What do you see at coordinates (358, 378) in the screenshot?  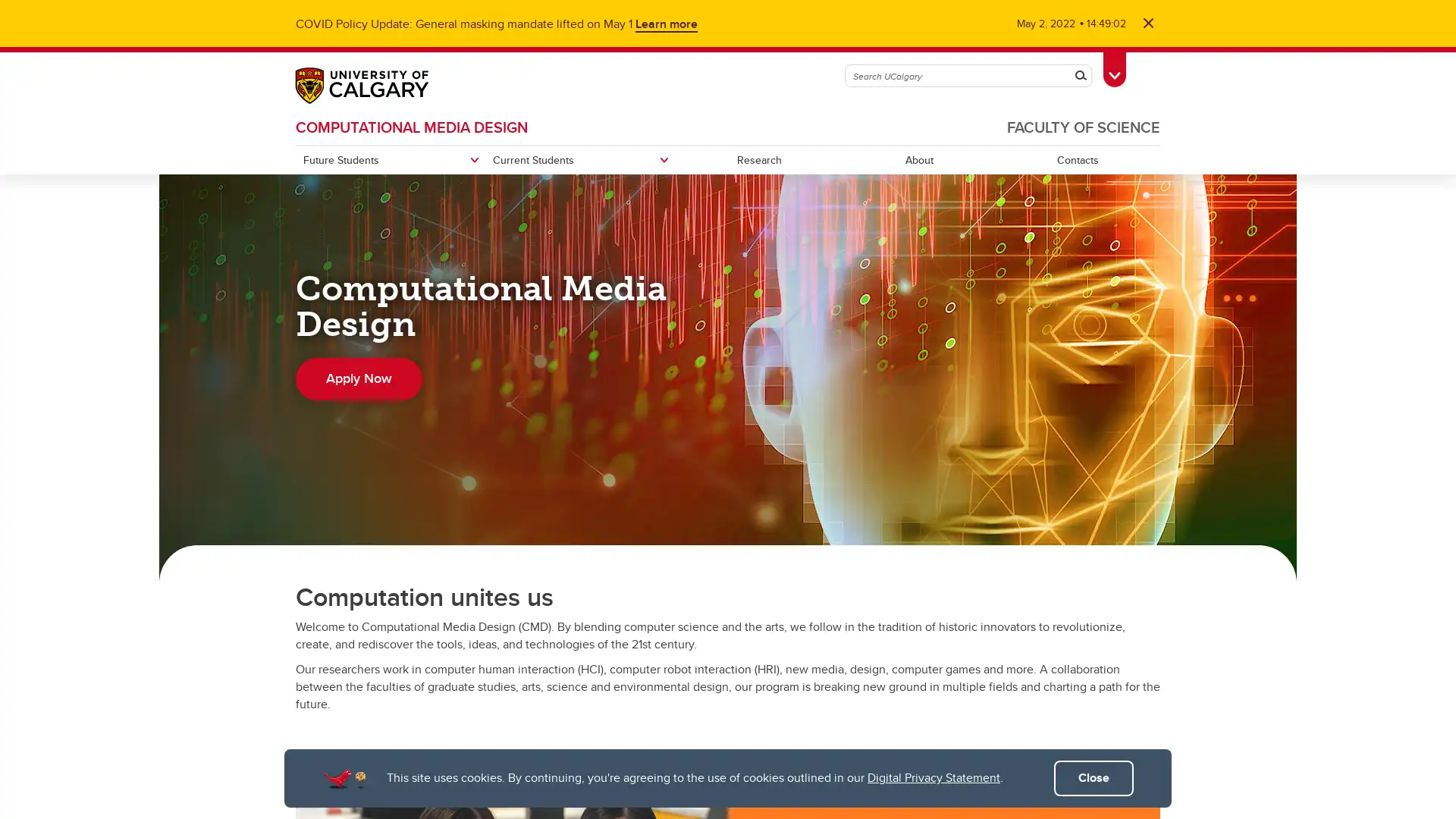 I see `Apply Now` at bounding box center [358, 378].